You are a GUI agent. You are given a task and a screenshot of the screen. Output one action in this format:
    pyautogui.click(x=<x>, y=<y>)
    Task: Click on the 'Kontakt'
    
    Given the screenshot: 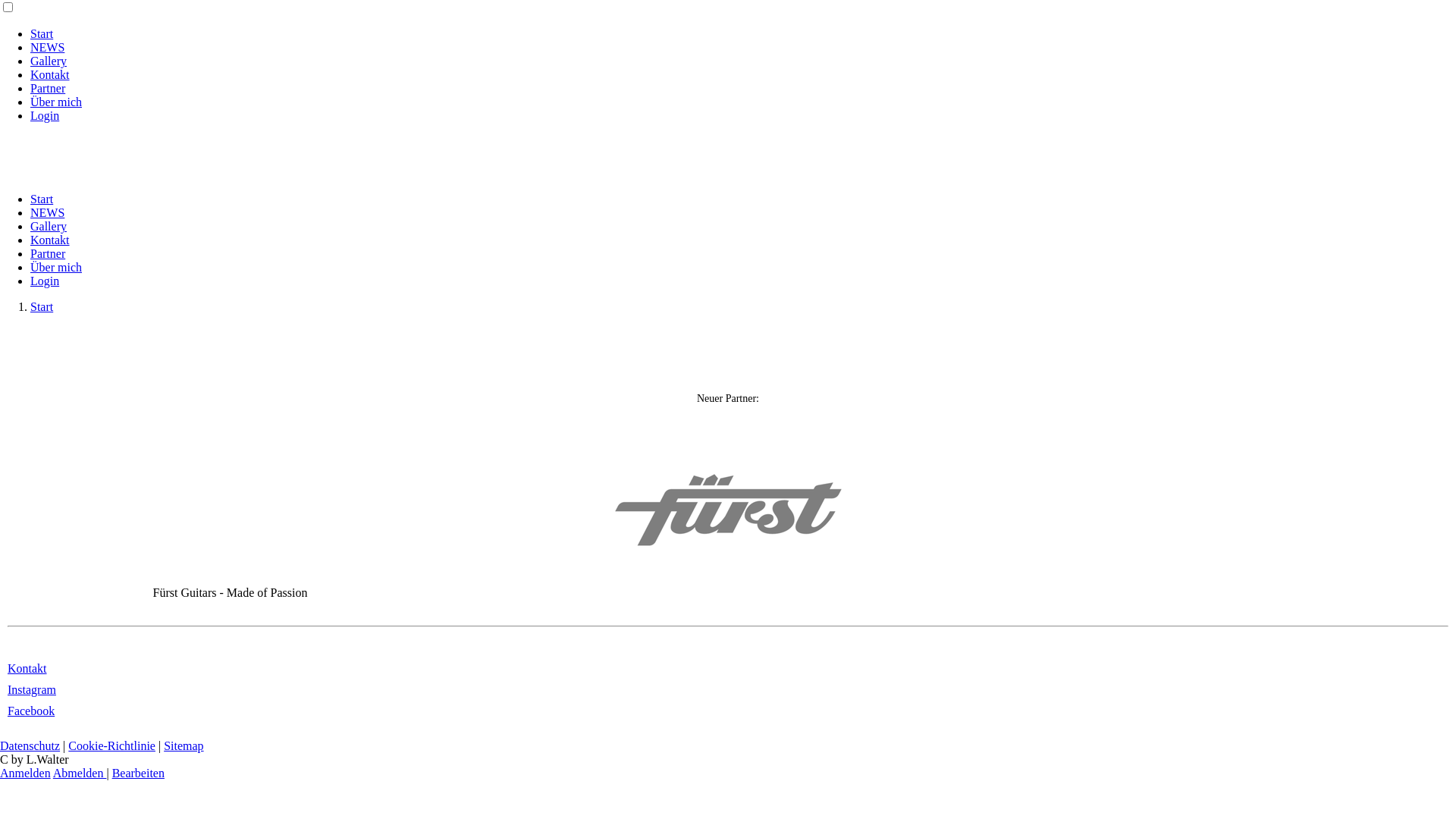 What is the action you would take?
    pyautogui.click(x=50, y=239)
    